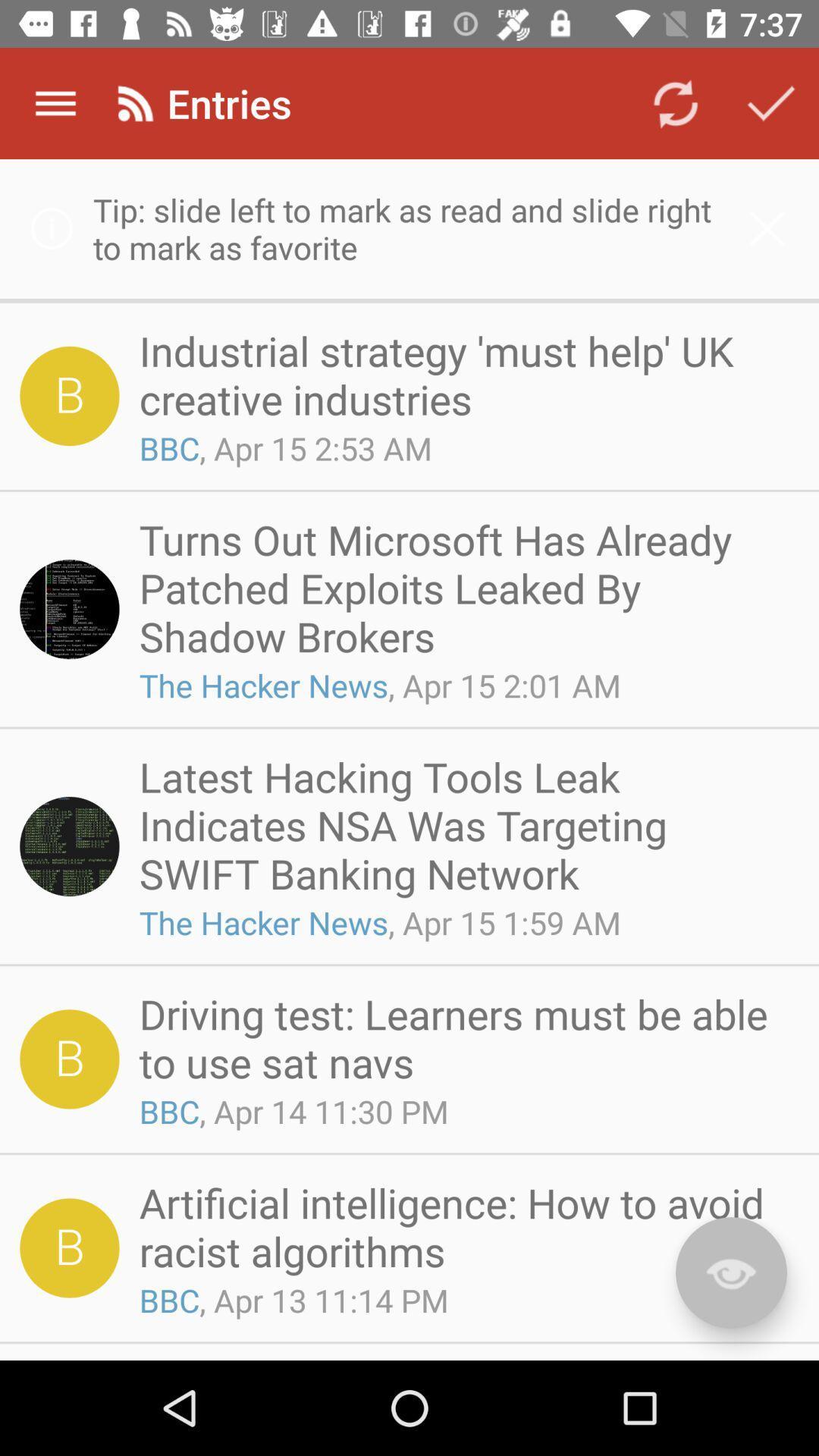 The image size is (819, 1456). Describe the element at coordinates (730, 1272) in the screenshot. I see `the app to the right of bbc apr 13 app` at that location.